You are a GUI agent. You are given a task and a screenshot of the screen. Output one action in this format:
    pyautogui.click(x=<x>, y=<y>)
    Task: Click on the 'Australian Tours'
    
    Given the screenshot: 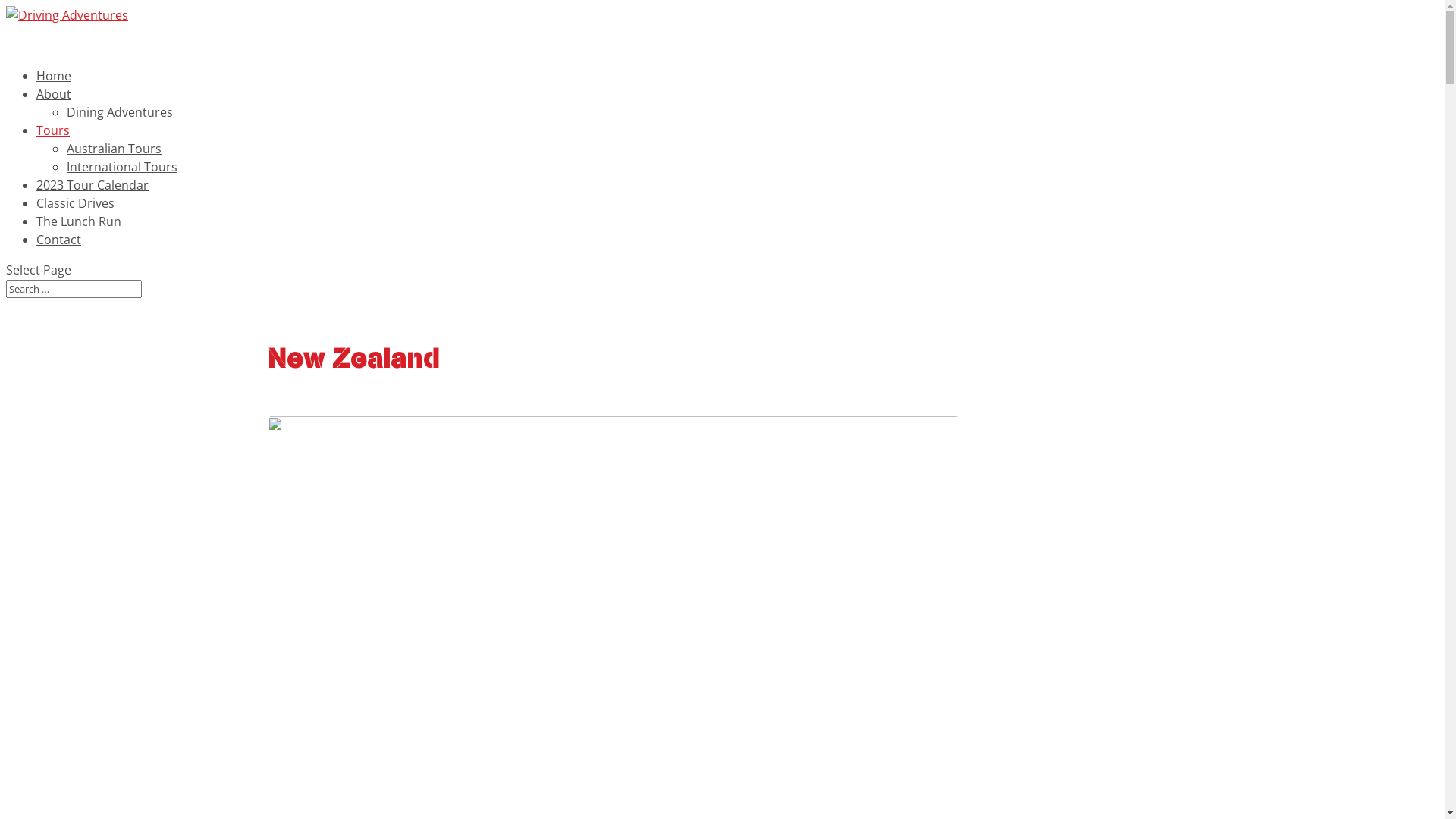 What is the action you would take?
    pyautogui.click(x=113, y=149)
    